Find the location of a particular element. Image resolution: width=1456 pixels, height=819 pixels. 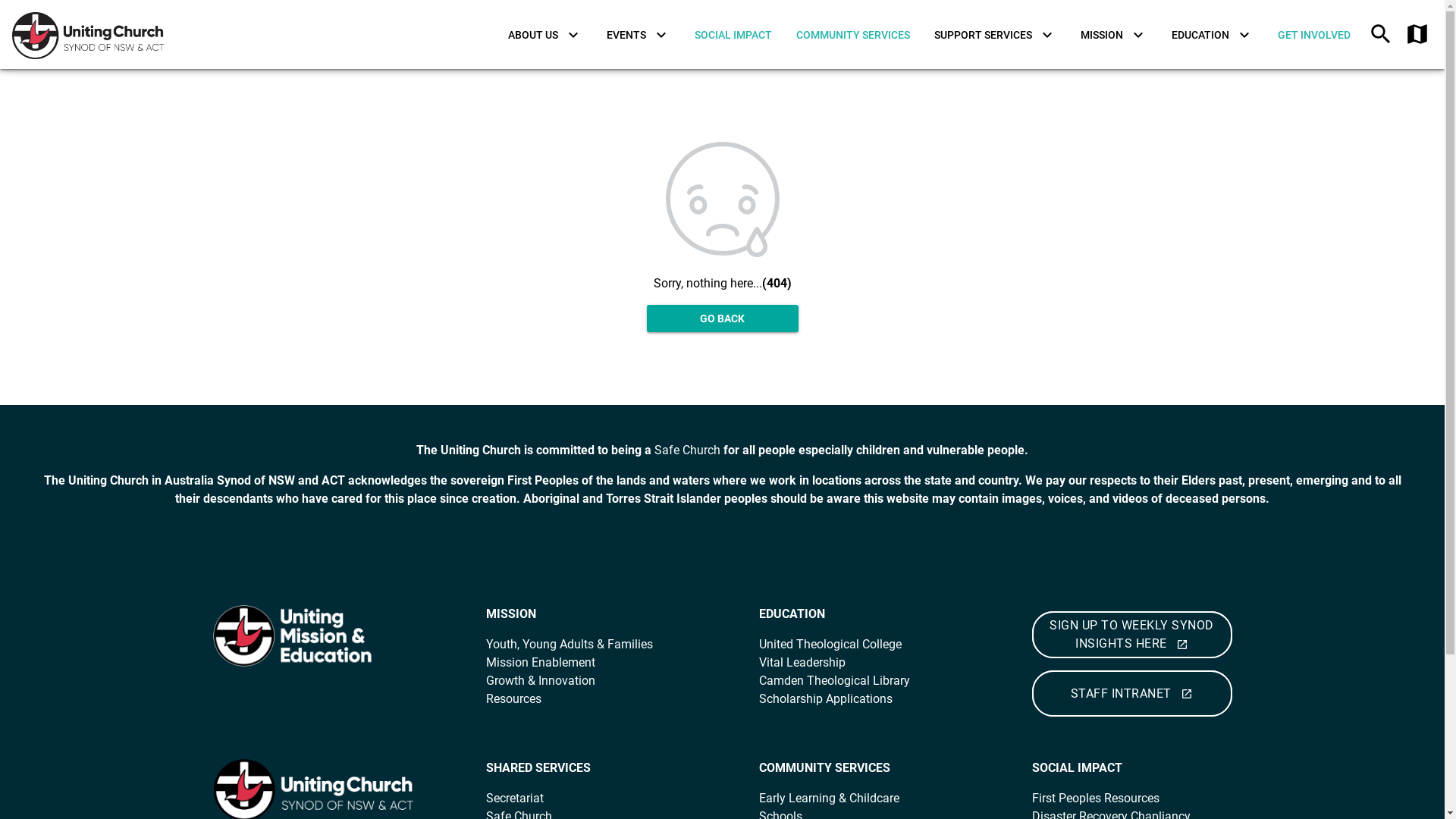

'ABOUT US is located at coordinates (495, 34).